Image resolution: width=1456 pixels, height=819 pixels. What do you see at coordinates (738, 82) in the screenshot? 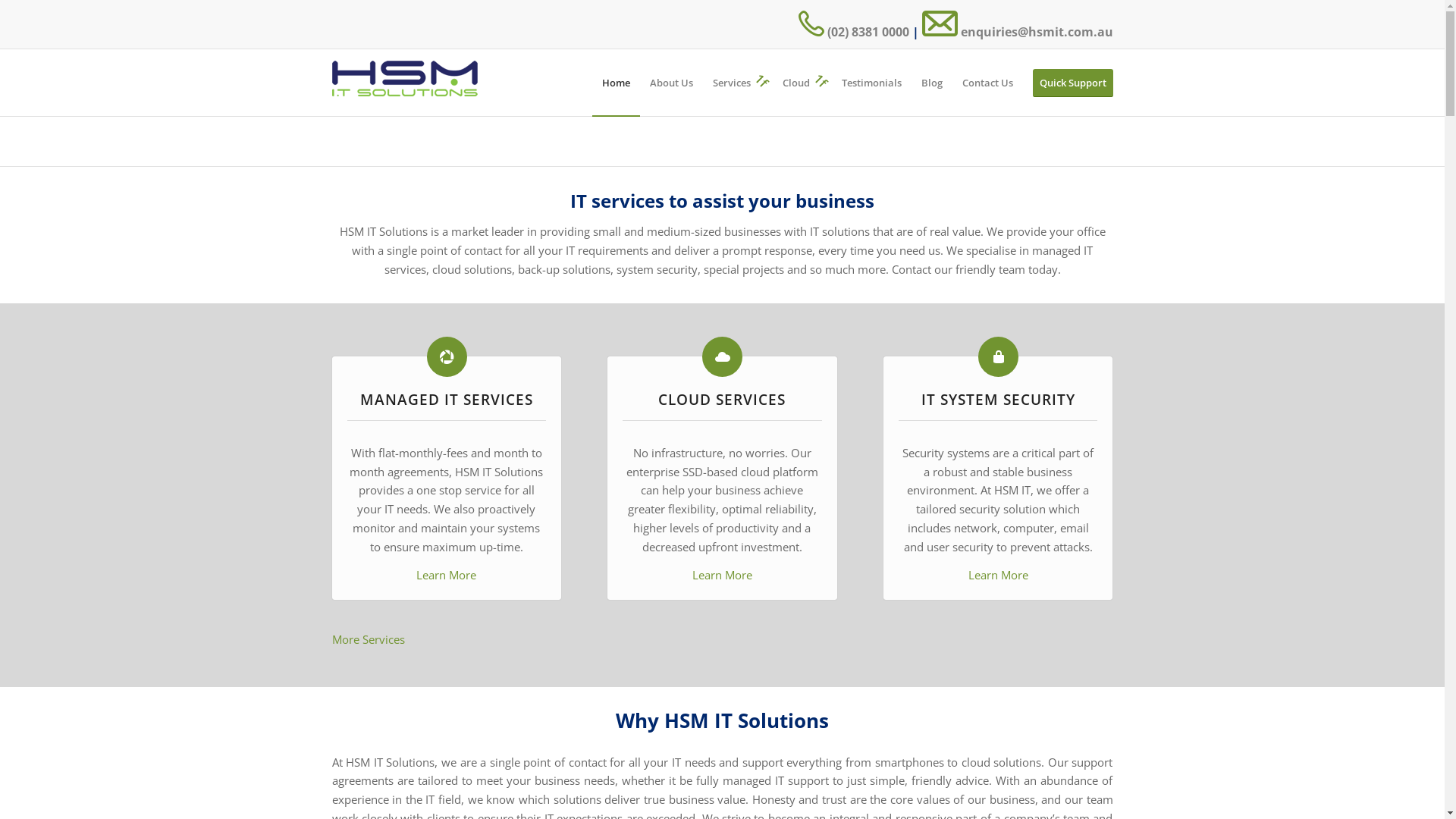
I see `'Services'` at bounding box center [738, 82].